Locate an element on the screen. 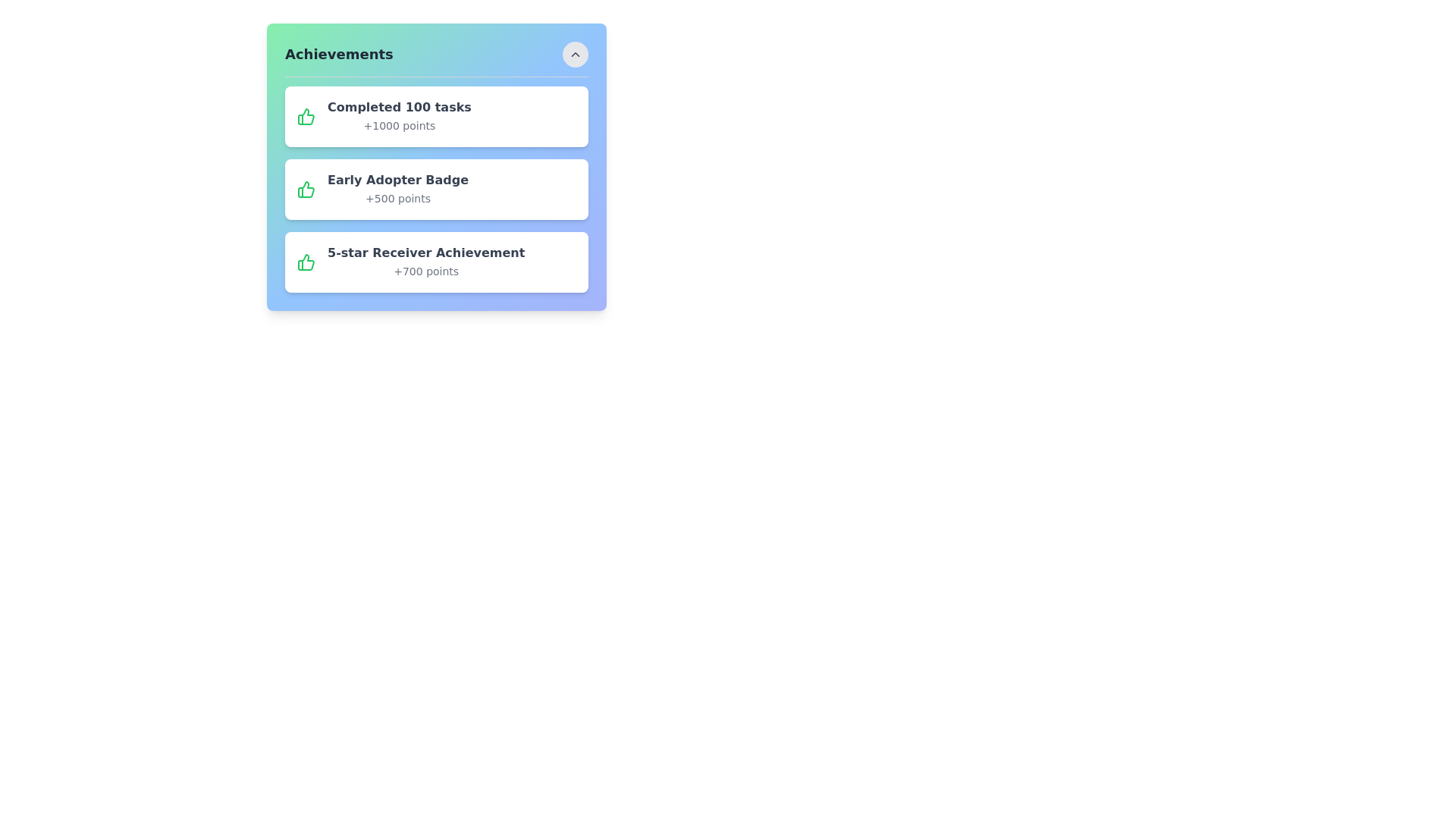 This screenshot has width=1456, height=819. the section header text indicating achievements or awards, located at the top-left of the content box is located at coordinates (338, 54).